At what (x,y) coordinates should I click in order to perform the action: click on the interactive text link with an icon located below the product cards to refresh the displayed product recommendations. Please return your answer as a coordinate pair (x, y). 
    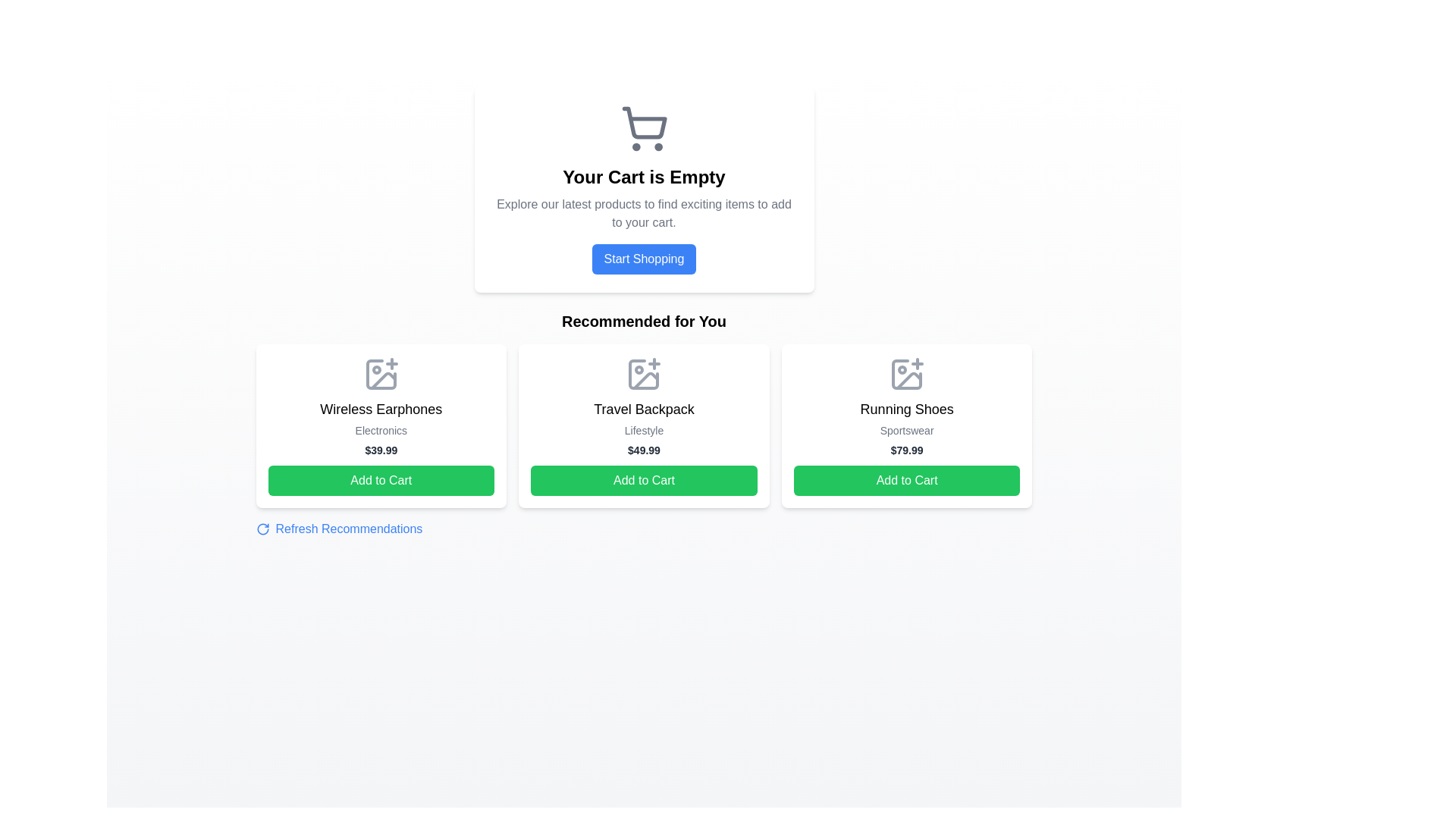
    Looking at the image, I should click on (337, 529).